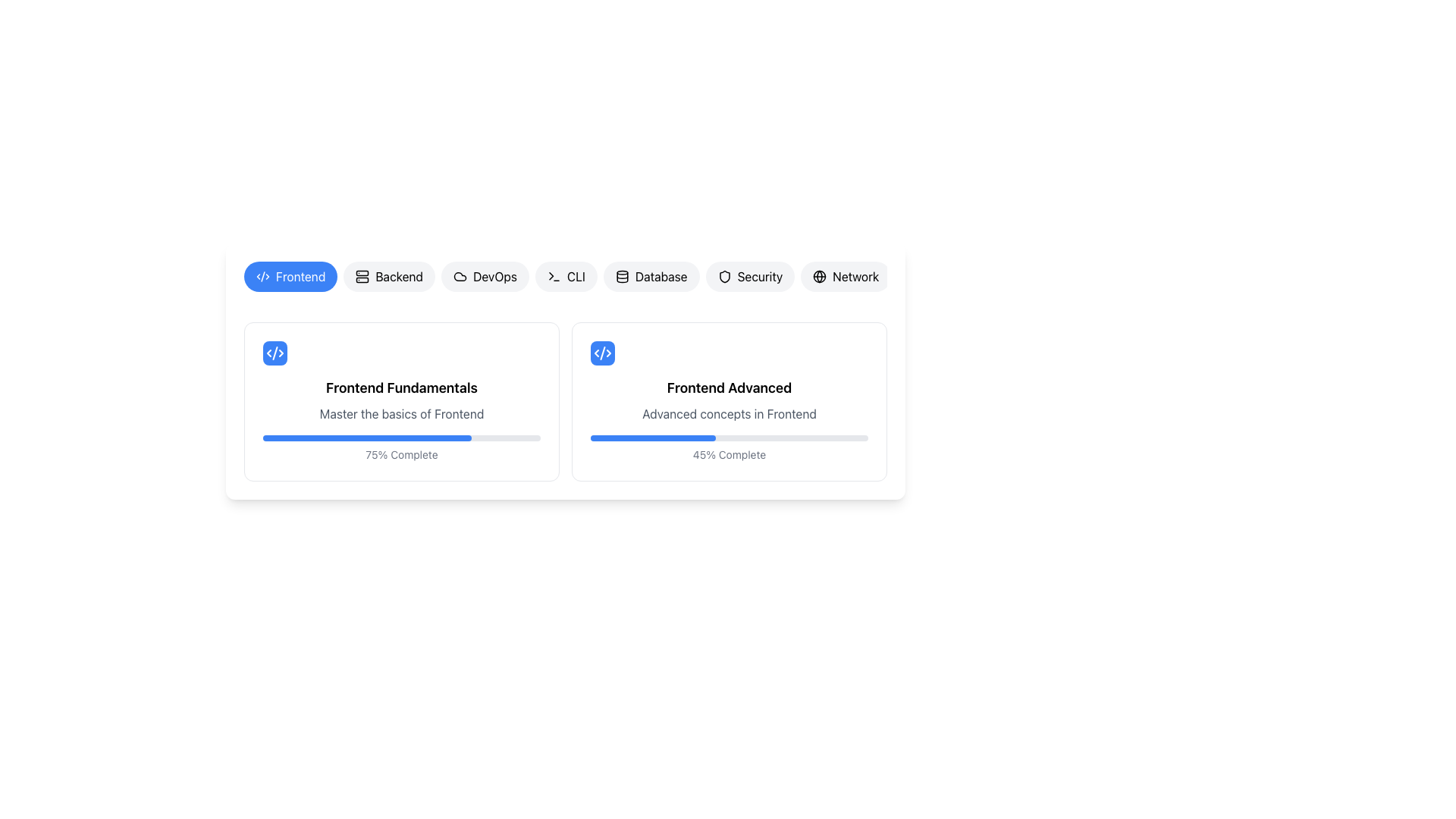  I want to click on the text label within the navigation button that guides users to the database section, positioned fifth in the sequence, between the 'CLI' and 'Security' buttons, so click(661, 277).